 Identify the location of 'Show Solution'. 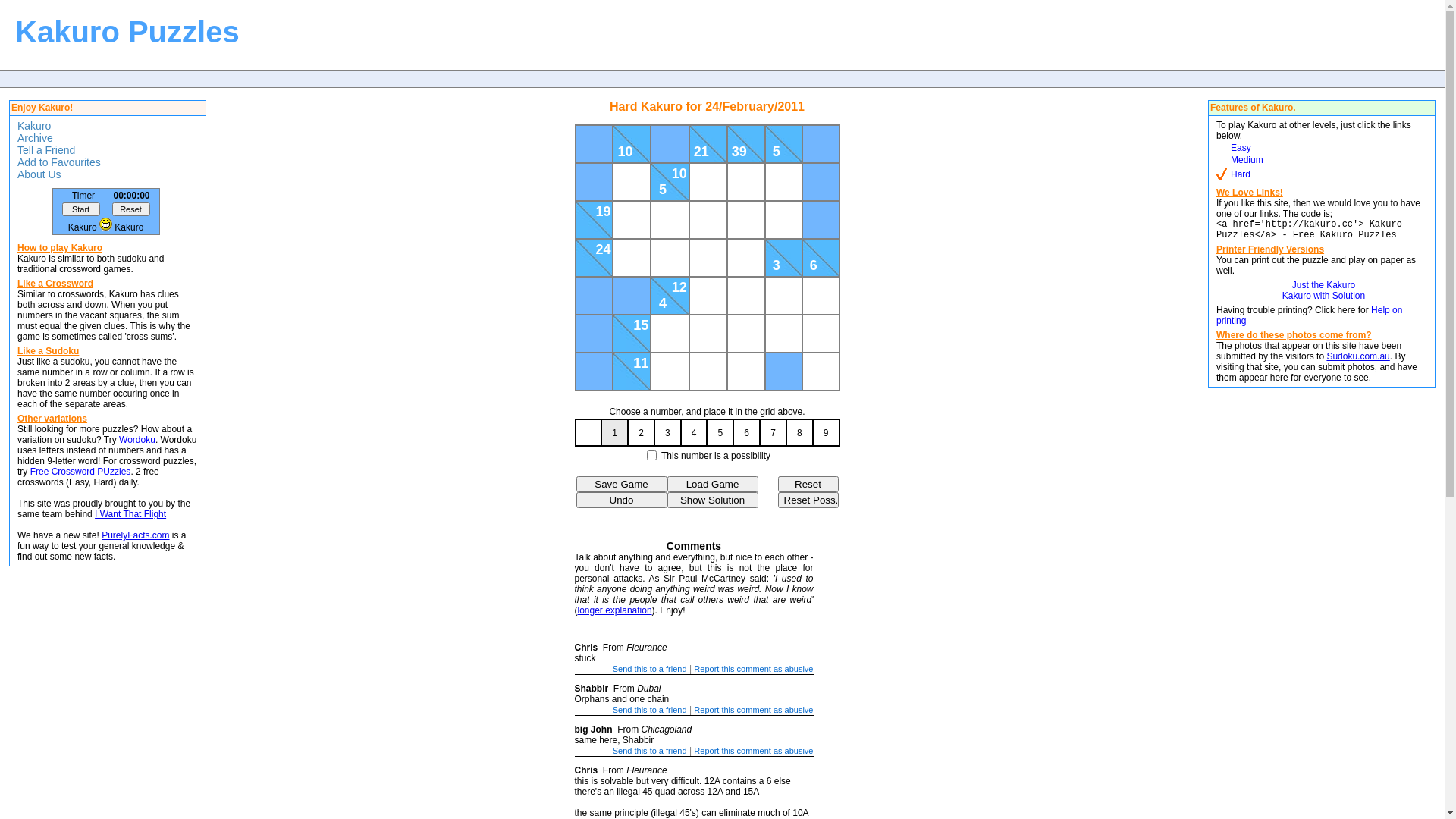
(712, 500).